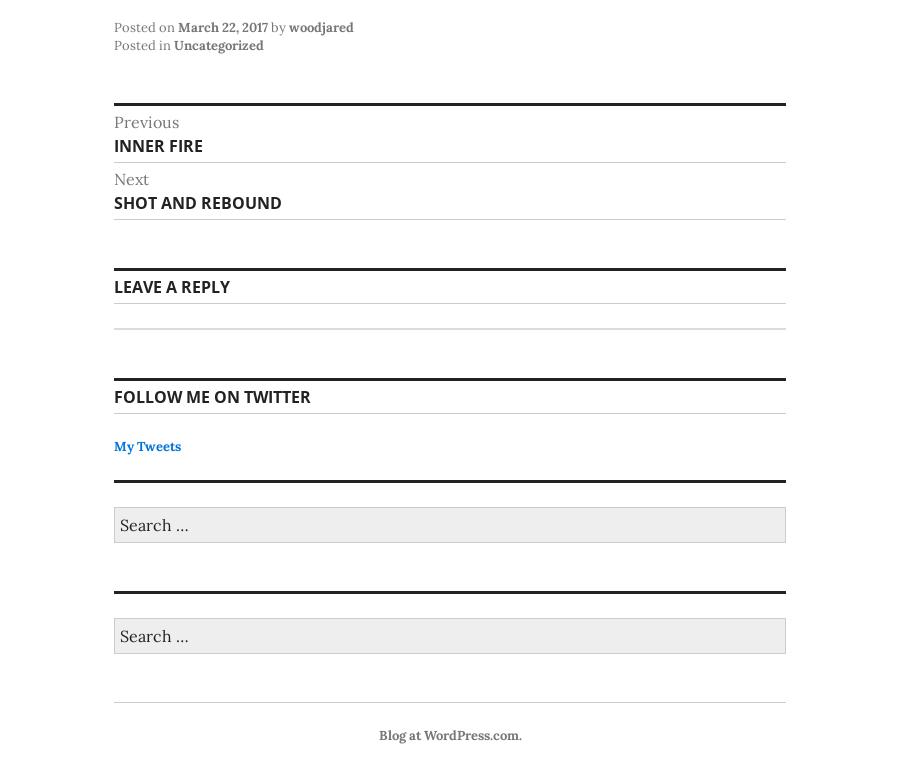  What do you see at coordinates (223, 26) in the screenshot?
I see `'March 22, 2017'` at bounding box center [223, 26].